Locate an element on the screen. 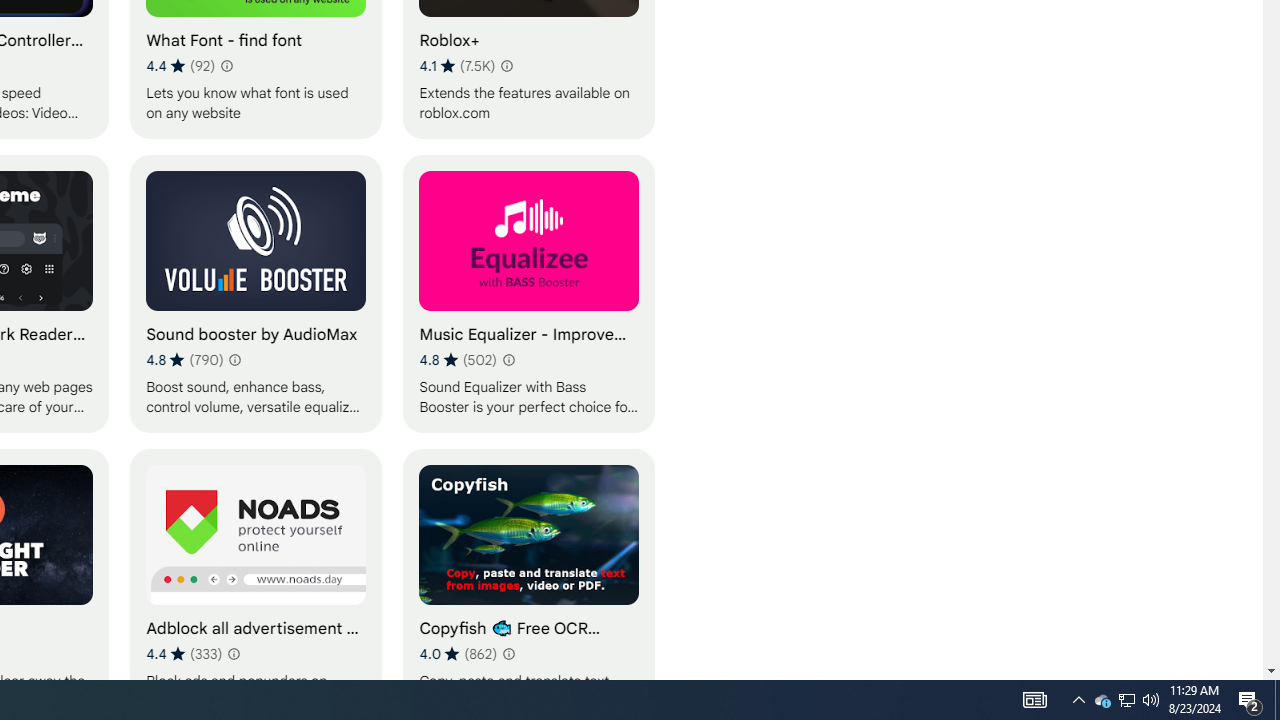 This screenshot has height=720, width=1280. 'Music Equalizer - Improve Sound for everyone' is located at coordinates (529, 293).